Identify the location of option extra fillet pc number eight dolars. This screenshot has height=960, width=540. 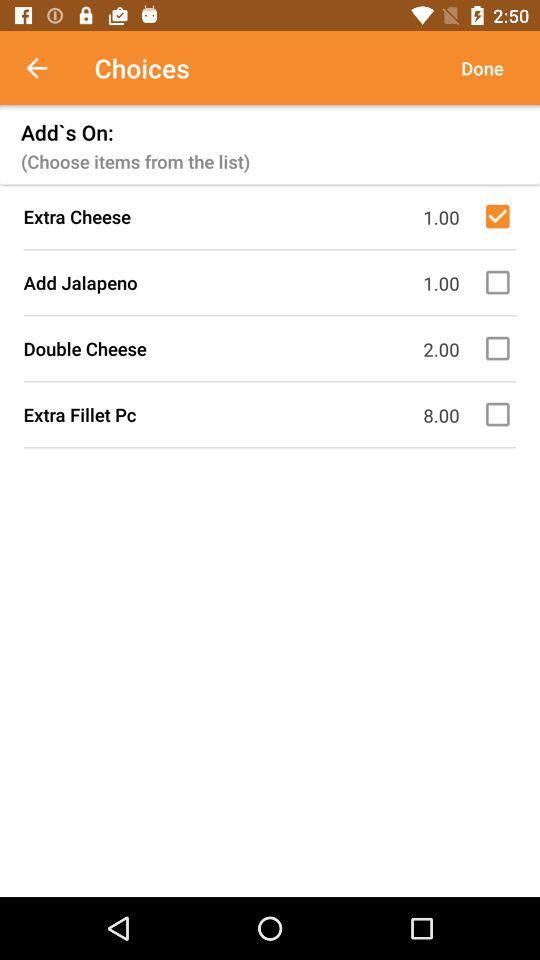
(500, 413).